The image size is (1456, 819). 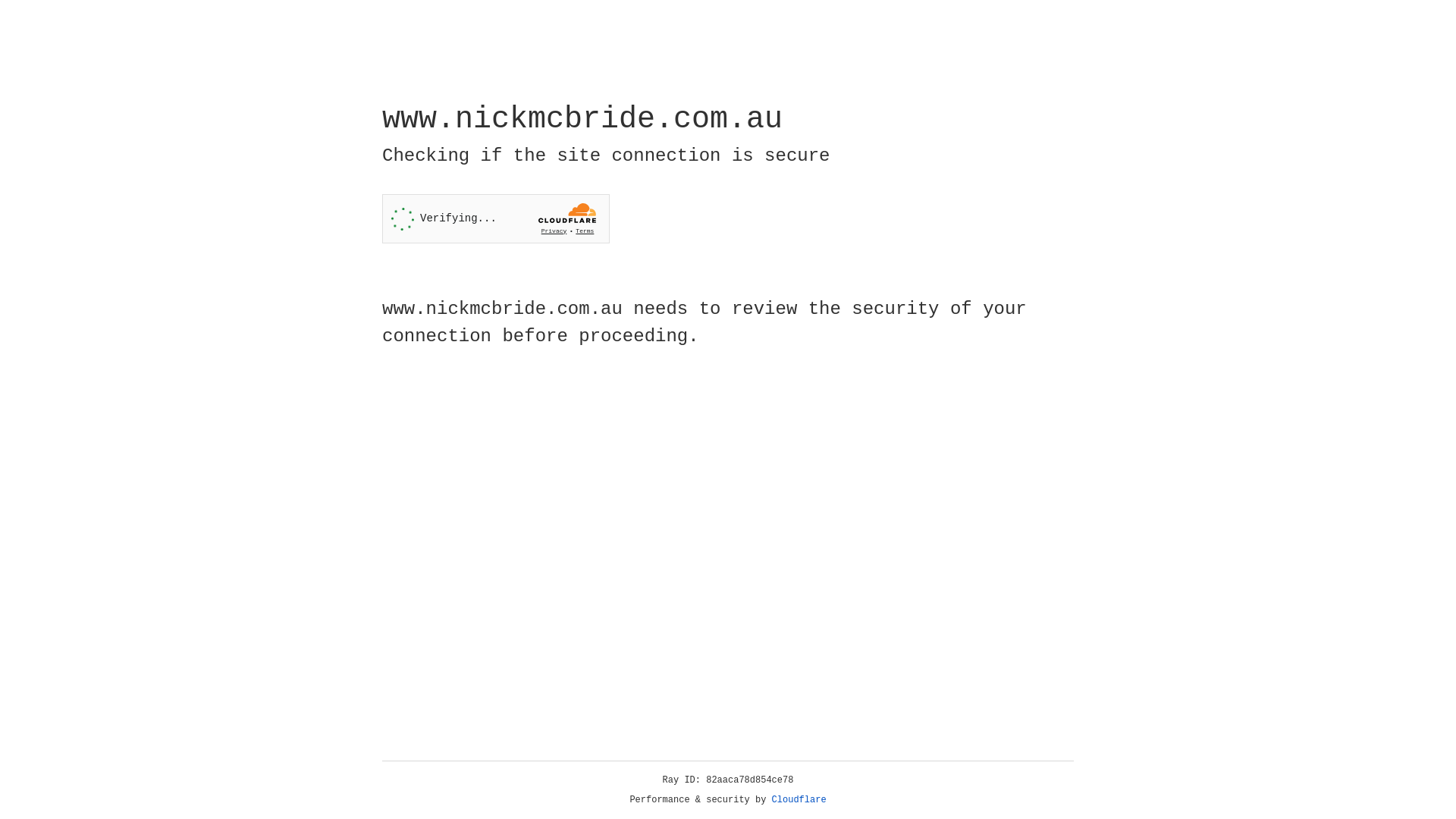 What do you see at coordinates (799, 799) in the screenshot?
I see `'Cloudflare'` at bounding box center [799, 799].